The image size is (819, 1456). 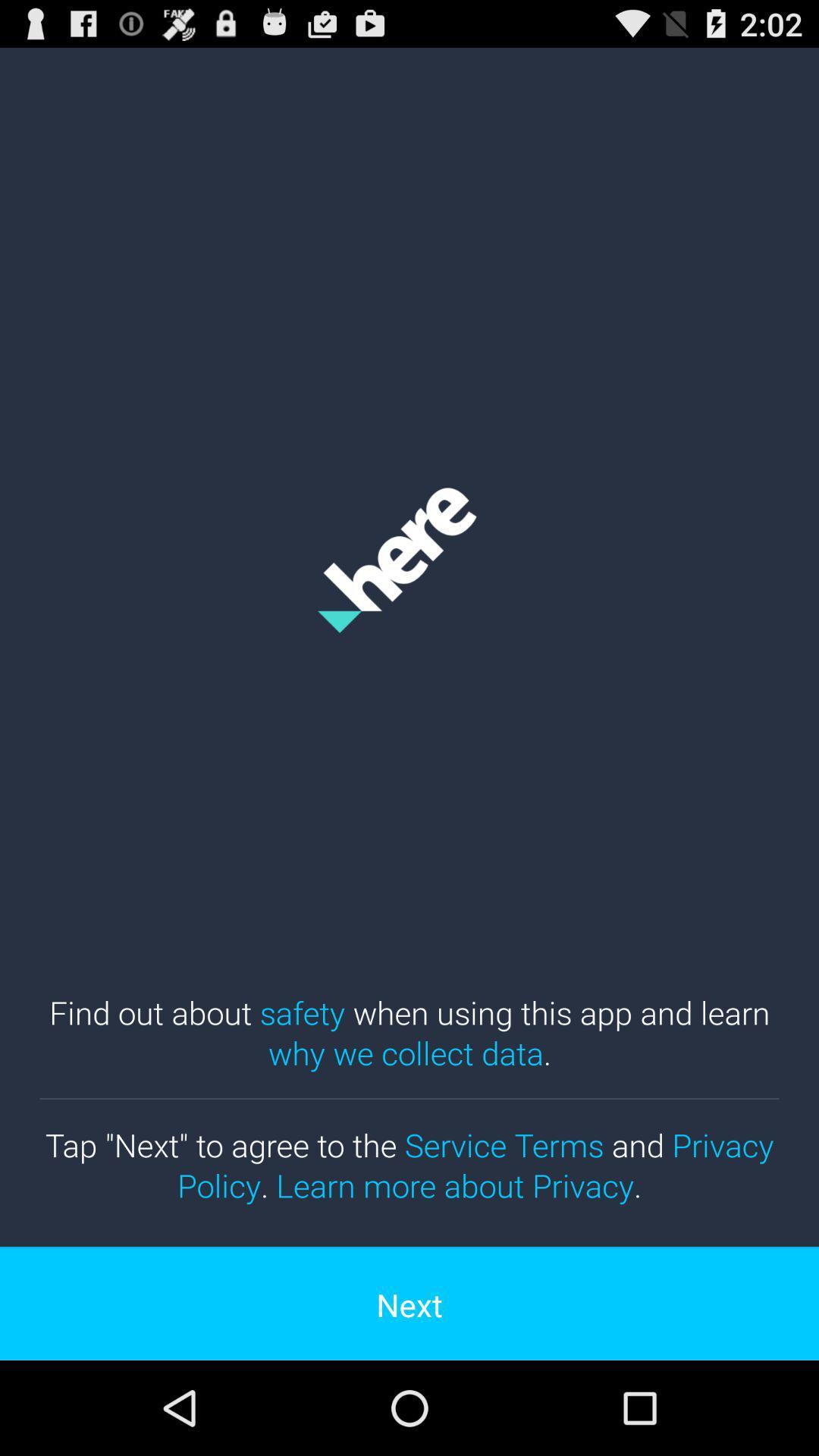 I want to click on find out about item, so click(x=409, y=1031).